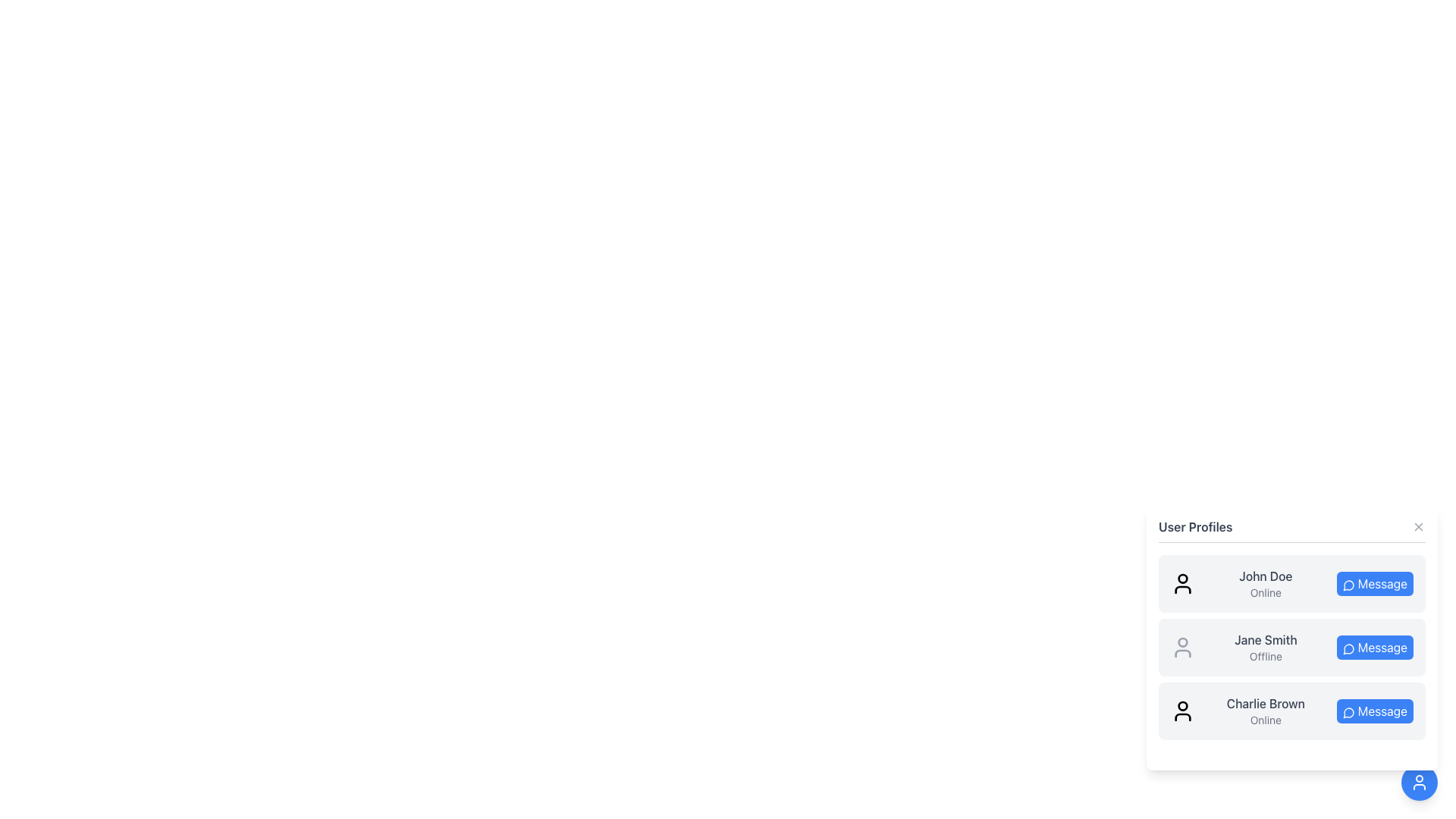 The width and height of the screenshot is (1456, 819). Describe the element at coordinates (1291, 649) in the screenshot. I see `the 'Message' button on the second user profile entry in the contact list to initiate a chat` at that location.